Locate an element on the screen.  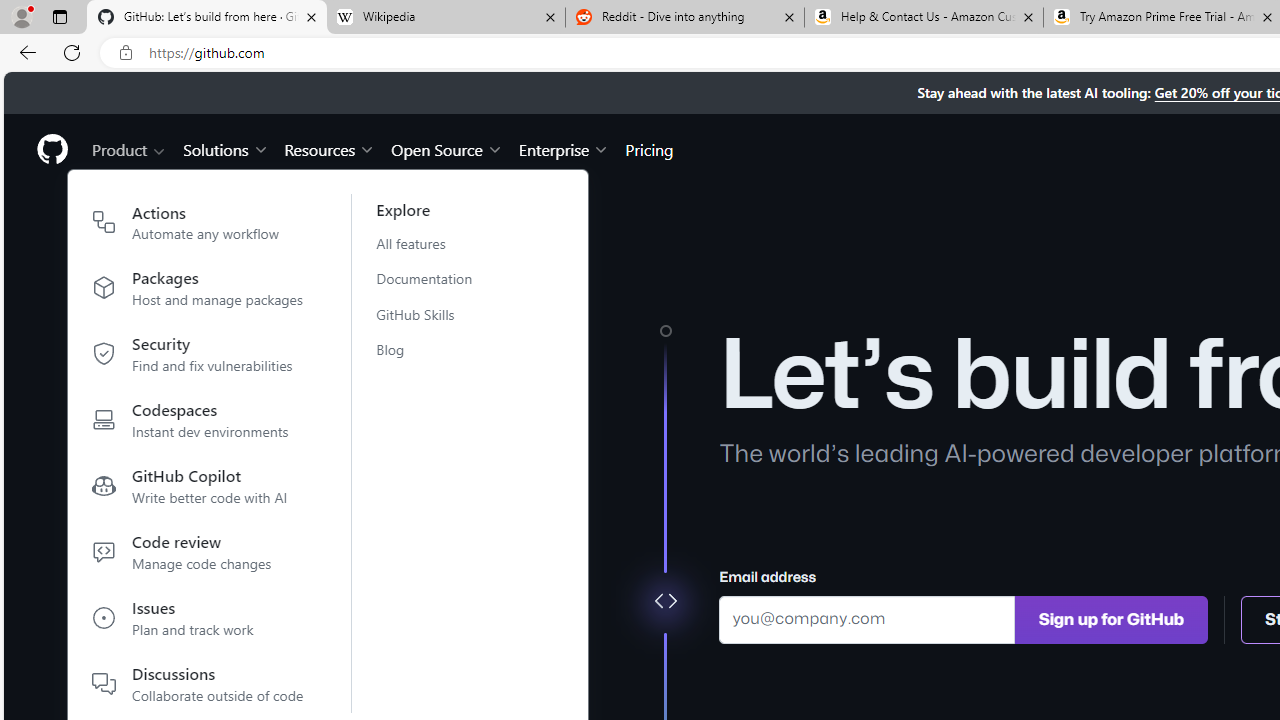
'All features' is located at coordinates (435, 242).